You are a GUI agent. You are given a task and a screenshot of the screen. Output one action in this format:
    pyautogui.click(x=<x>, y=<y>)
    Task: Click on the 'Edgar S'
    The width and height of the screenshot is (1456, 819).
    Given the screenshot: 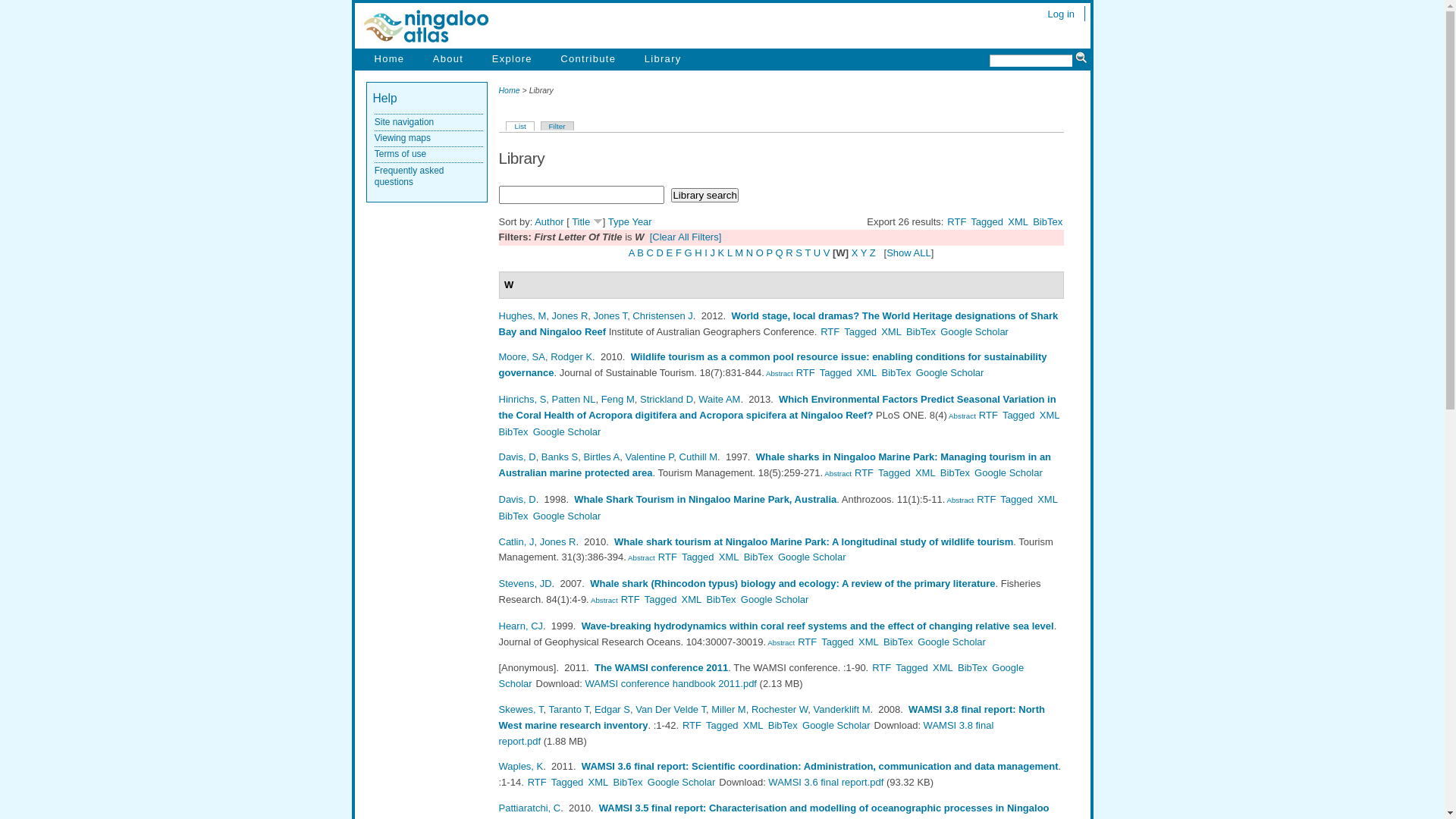 What is the action you would take?
    pyautogui.click(x=612, y=709)
    